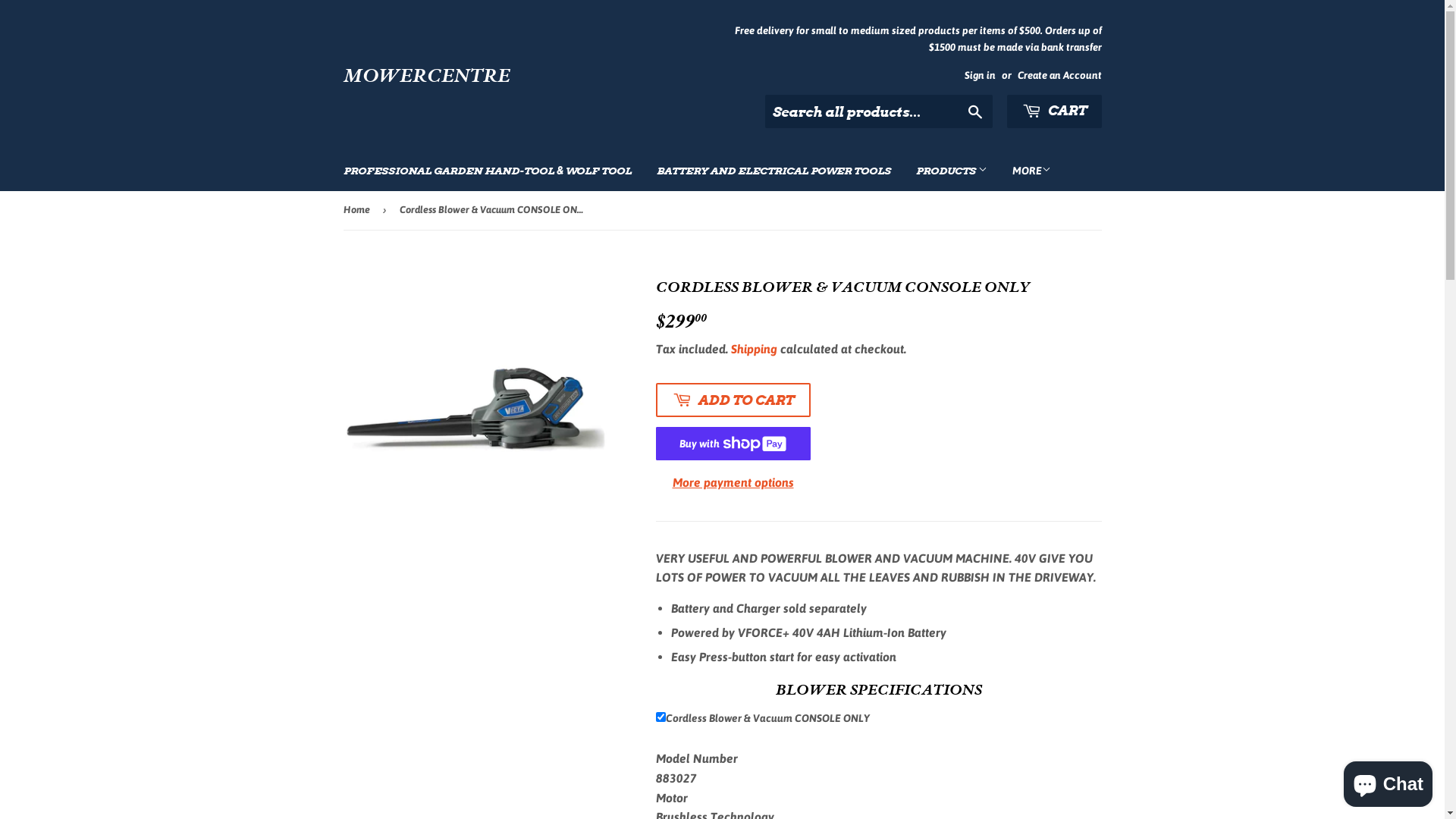  What do you see at coordinates (1388, 780) in the screenshot?
I see `'Shopify online store chat'` at bounding box center [1388, 780].